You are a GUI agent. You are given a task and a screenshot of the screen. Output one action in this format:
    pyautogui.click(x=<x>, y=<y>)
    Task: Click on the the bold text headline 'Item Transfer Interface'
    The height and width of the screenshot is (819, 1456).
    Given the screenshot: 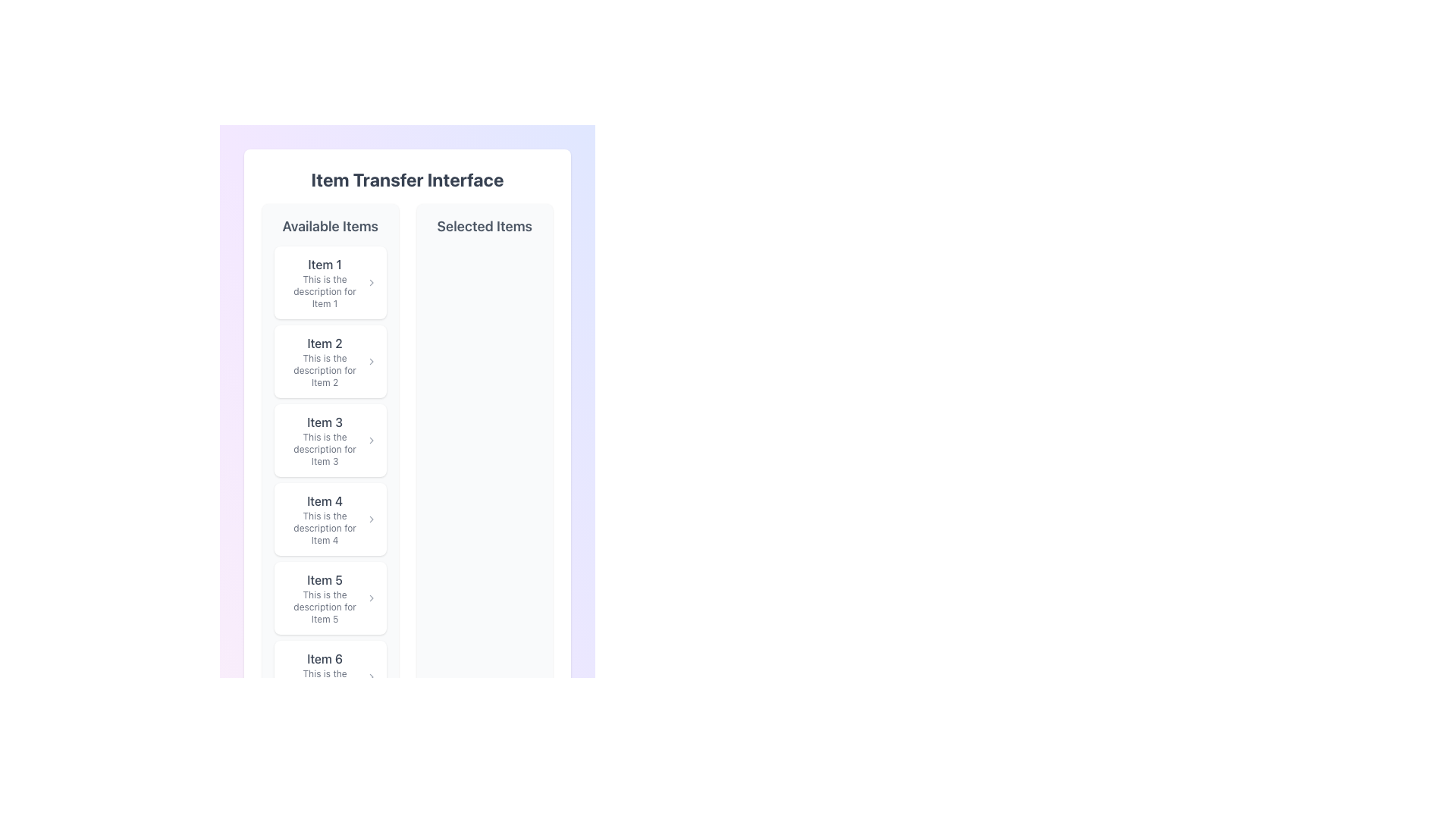 What is the action you would take?
    pyautogui.click(x=407, y=178)
    